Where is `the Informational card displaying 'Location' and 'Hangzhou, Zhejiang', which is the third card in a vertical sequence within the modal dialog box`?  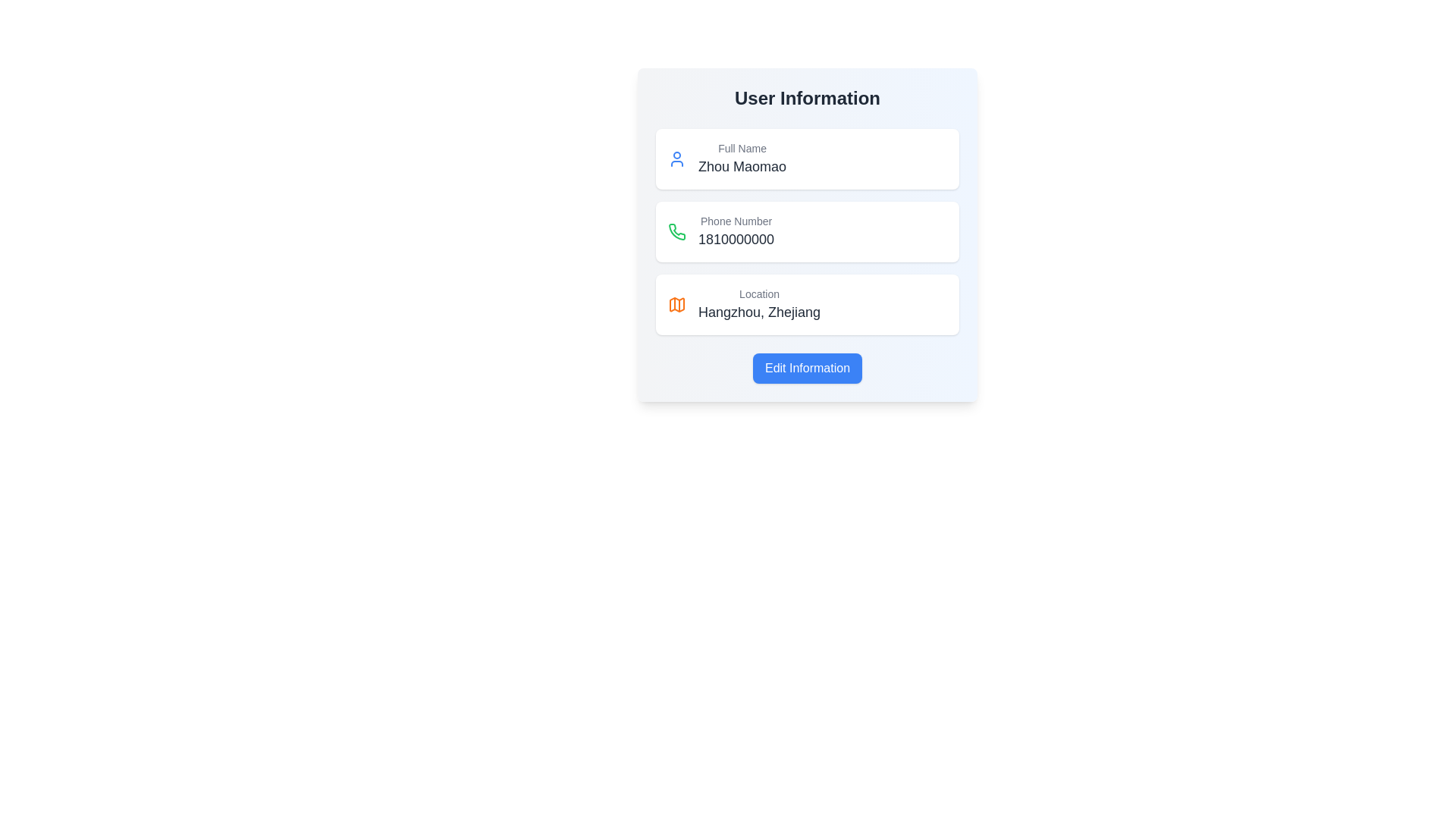 the Informational card displaying 'Location' and 'Hangzhou, Zhejiang', which is the third card in a vertical sequence within the modal dialog box is located at coordinates (807, 304).